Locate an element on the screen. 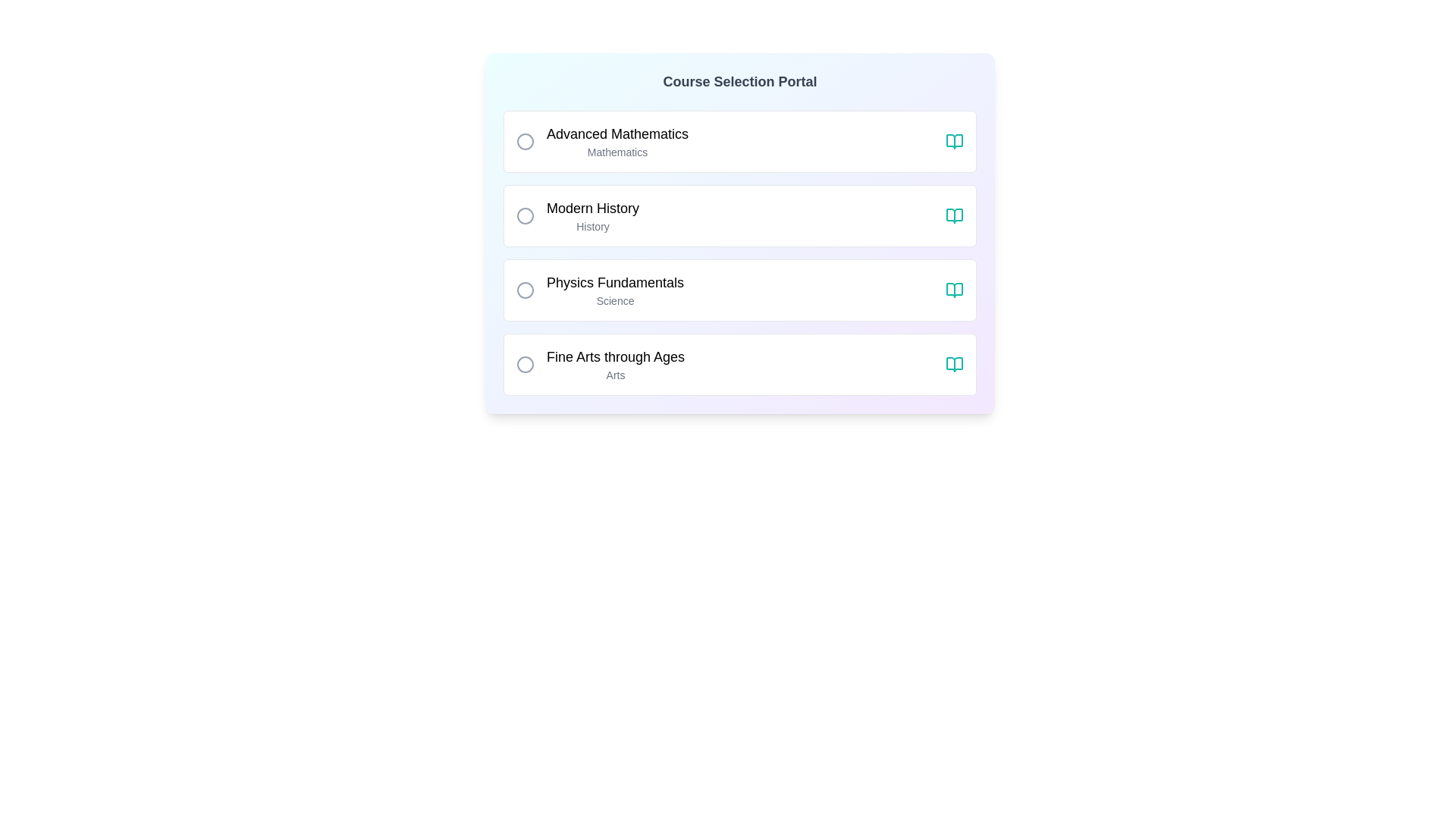 This screenshot has height=819, width=1456. the teal open book icon in the 'Physics Fundamentals' row is located at coordinates (953, 290).